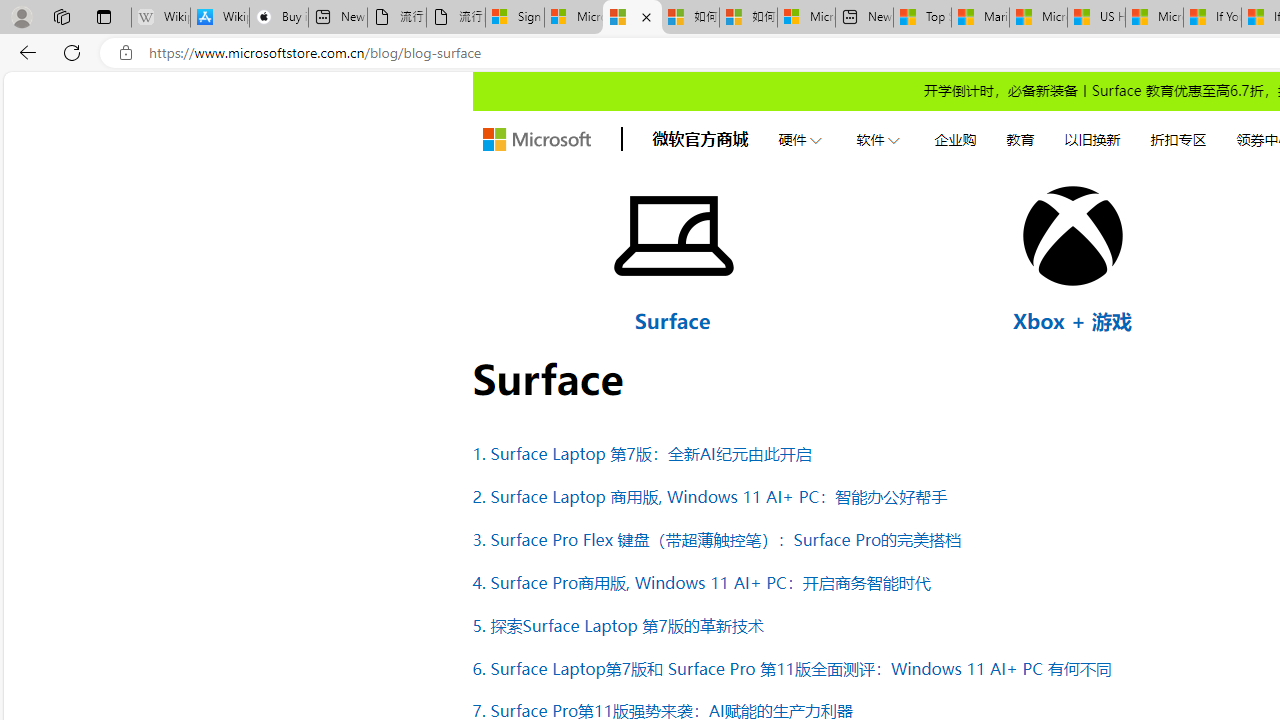  I want to click on 'Sign in to your Microsoft account', so click(515, 17).